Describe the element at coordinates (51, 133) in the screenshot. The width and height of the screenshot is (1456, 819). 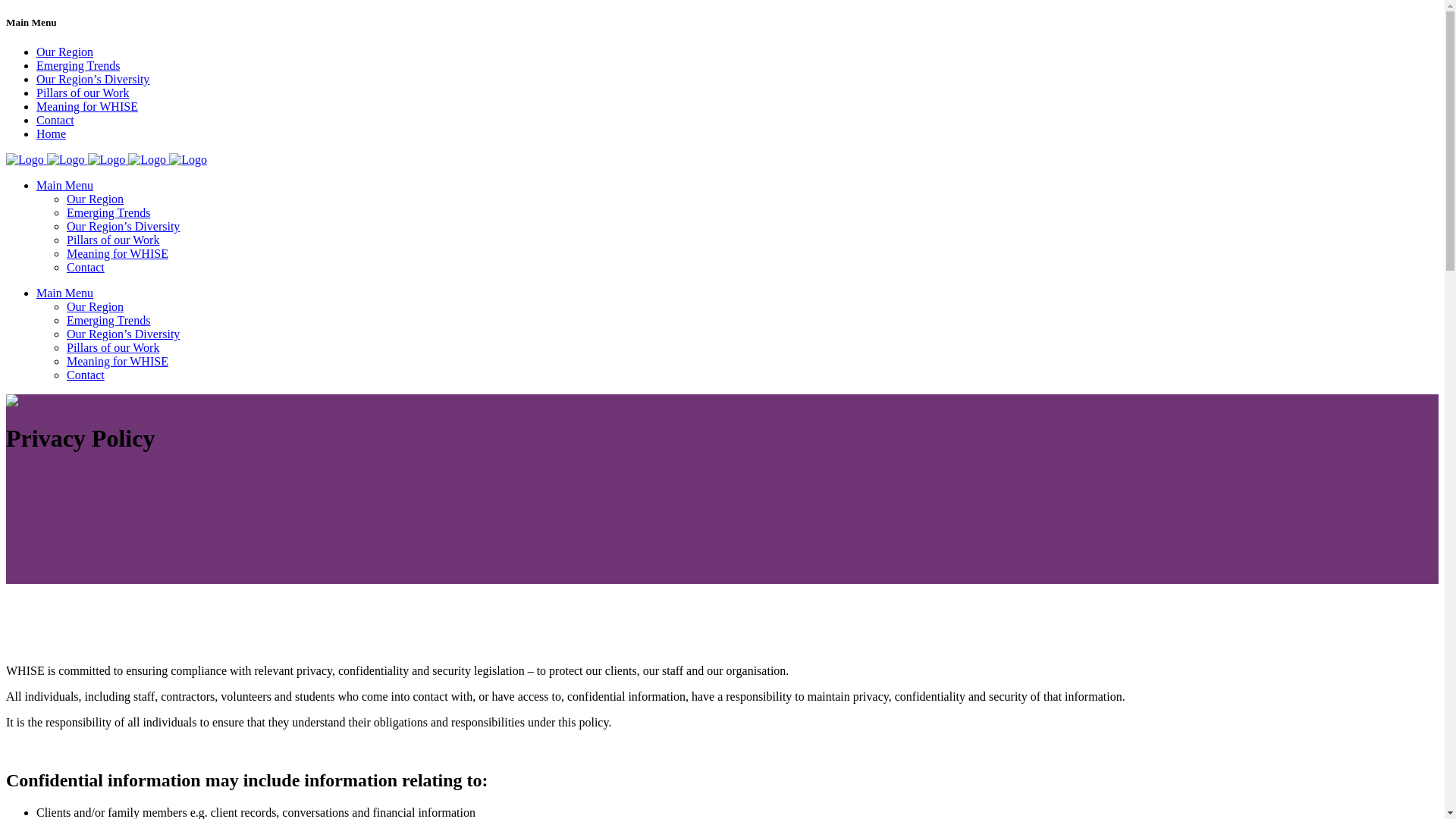
I see `'Home'` at that location.